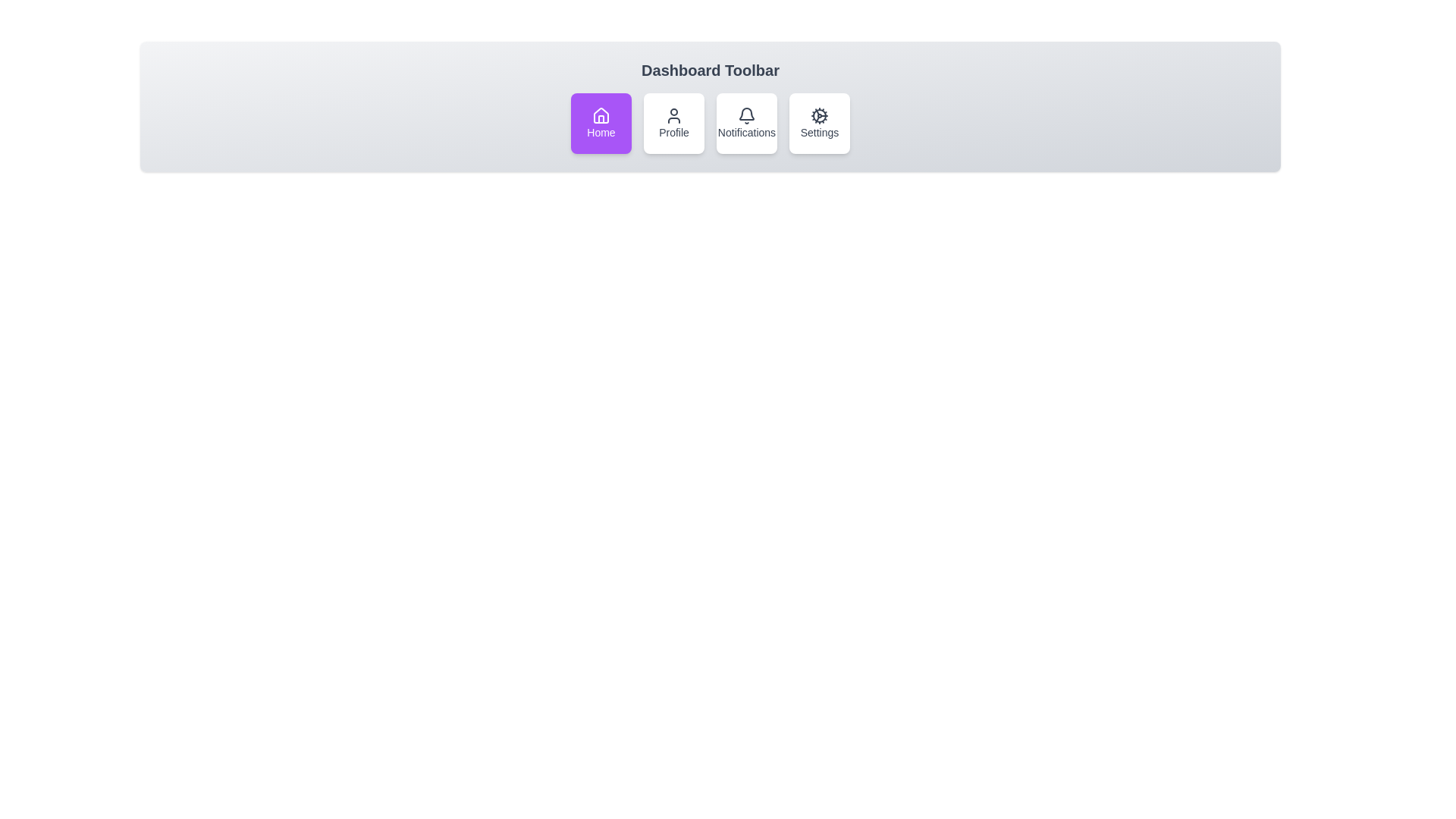  I want to click on the Notifications toolbar item to activate it, so click(746, 122).